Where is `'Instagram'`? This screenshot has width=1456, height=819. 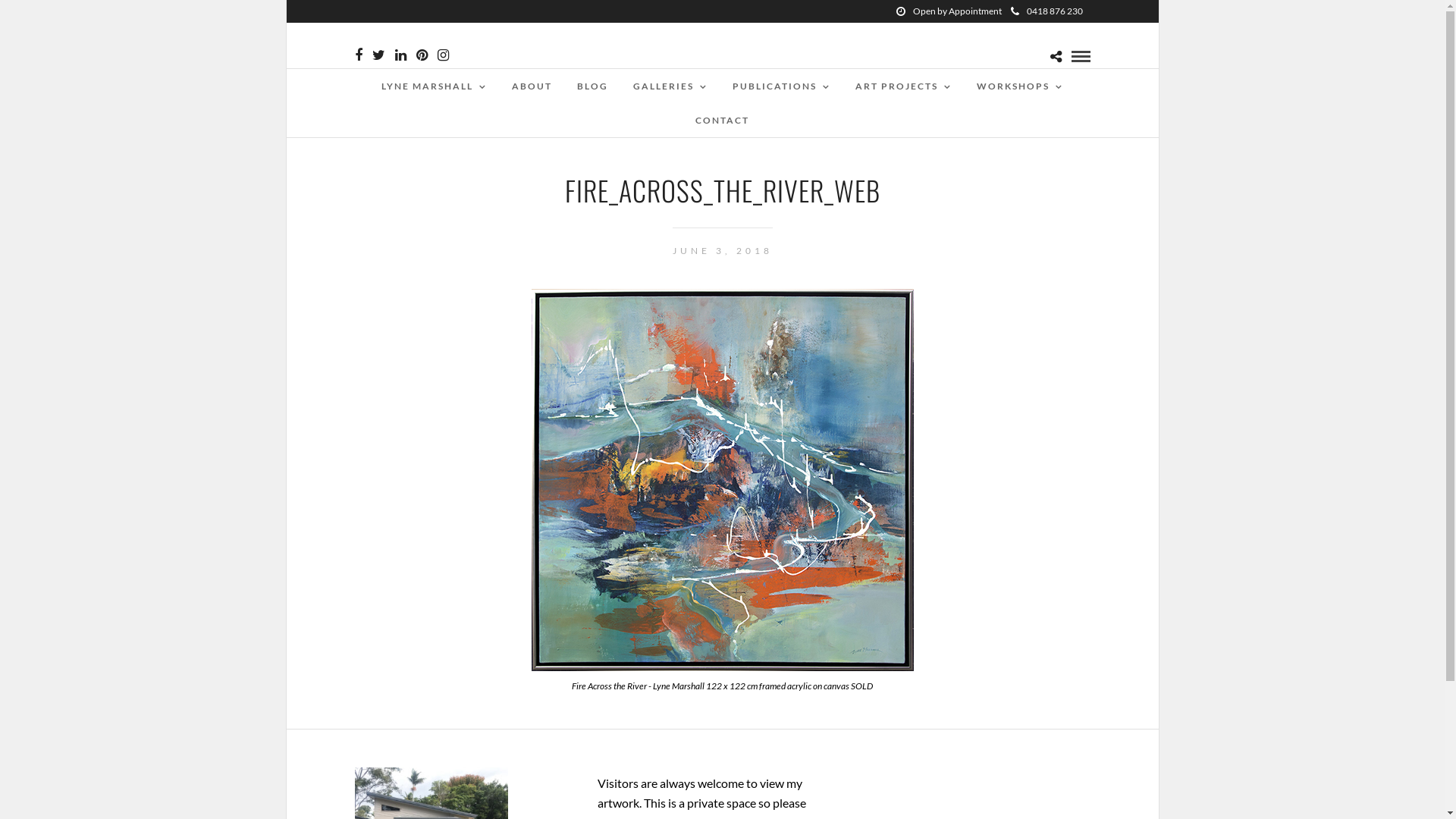 'Instagram' is located at coordinates (441, 55).